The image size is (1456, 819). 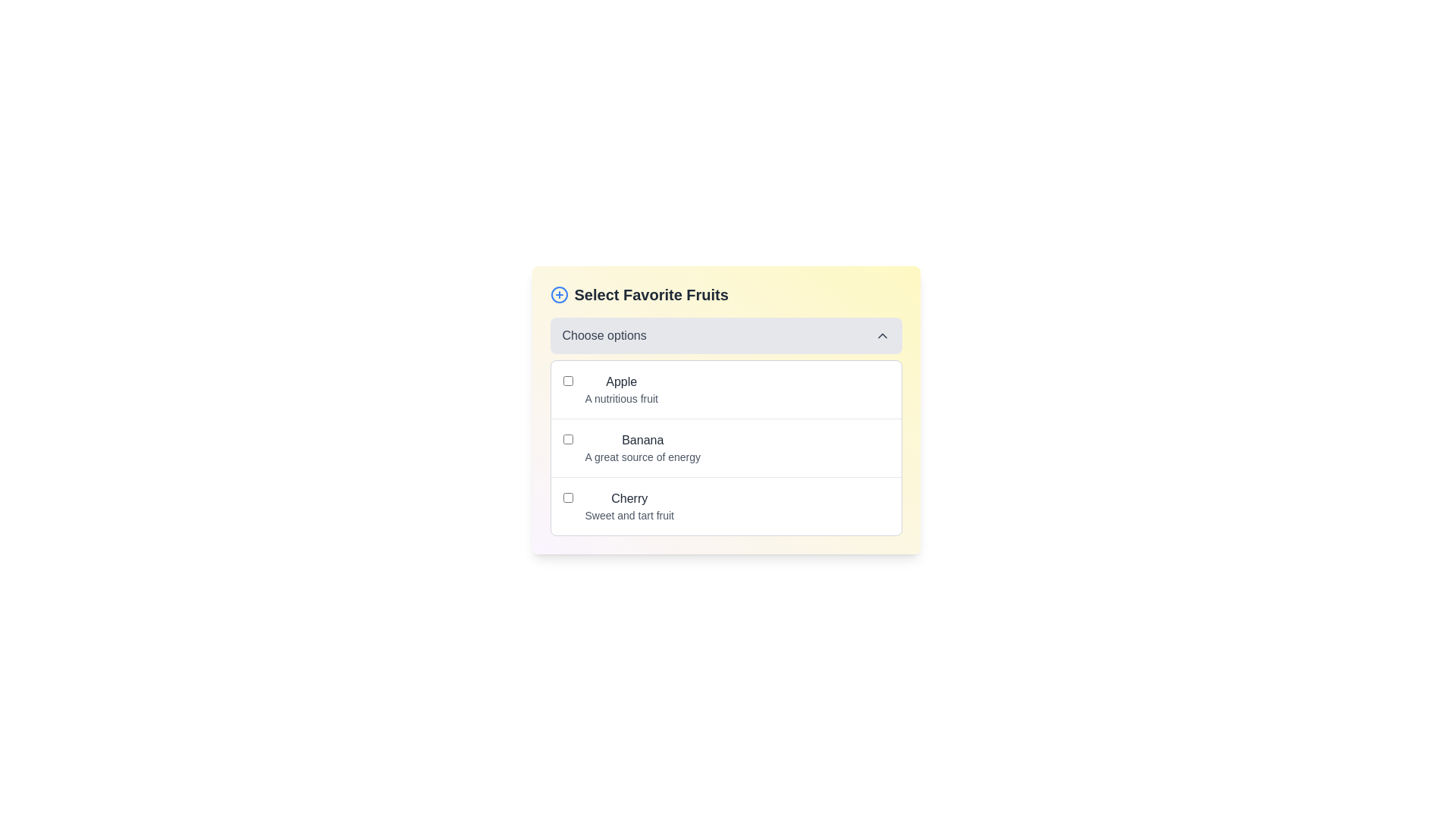 I want to click on the text label 'Choose options' located in the dropdown menu header beneath 'Select Favorite Fruits', so click(x=604, y=335).